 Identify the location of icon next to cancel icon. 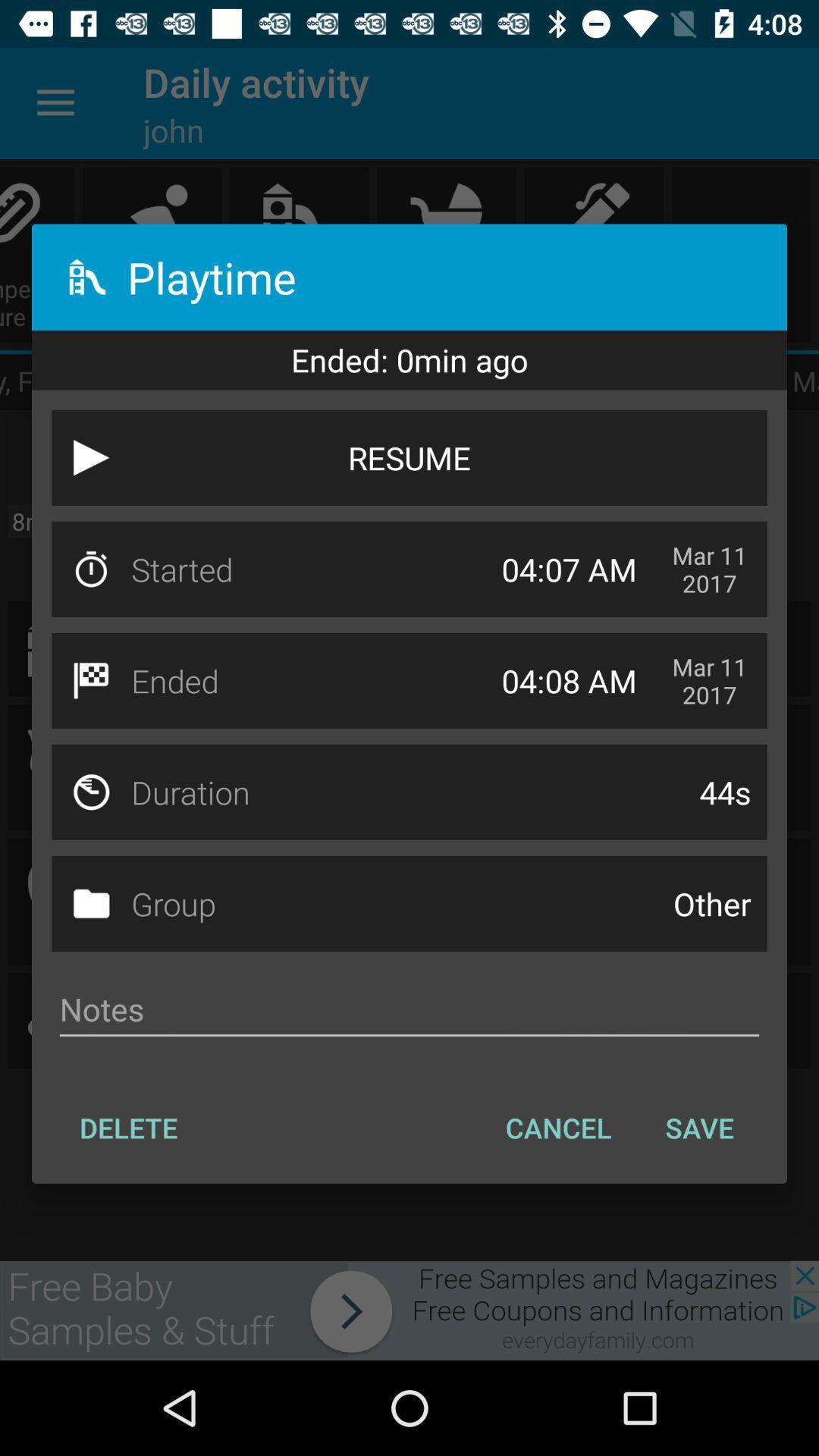
(699, 1128).